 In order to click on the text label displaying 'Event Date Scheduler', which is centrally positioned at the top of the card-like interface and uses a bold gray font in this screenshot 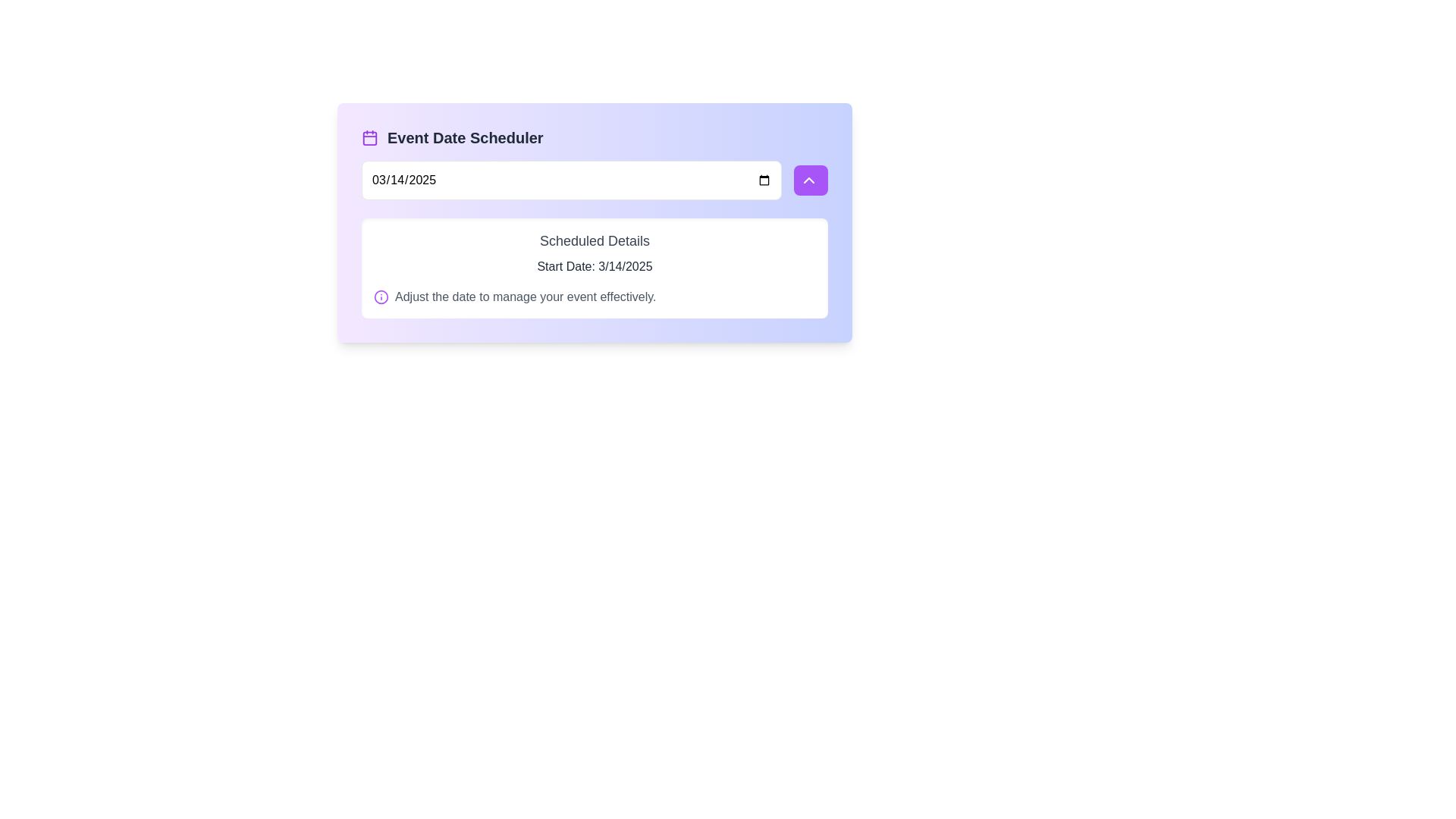, I will do `click(464, 137)`.